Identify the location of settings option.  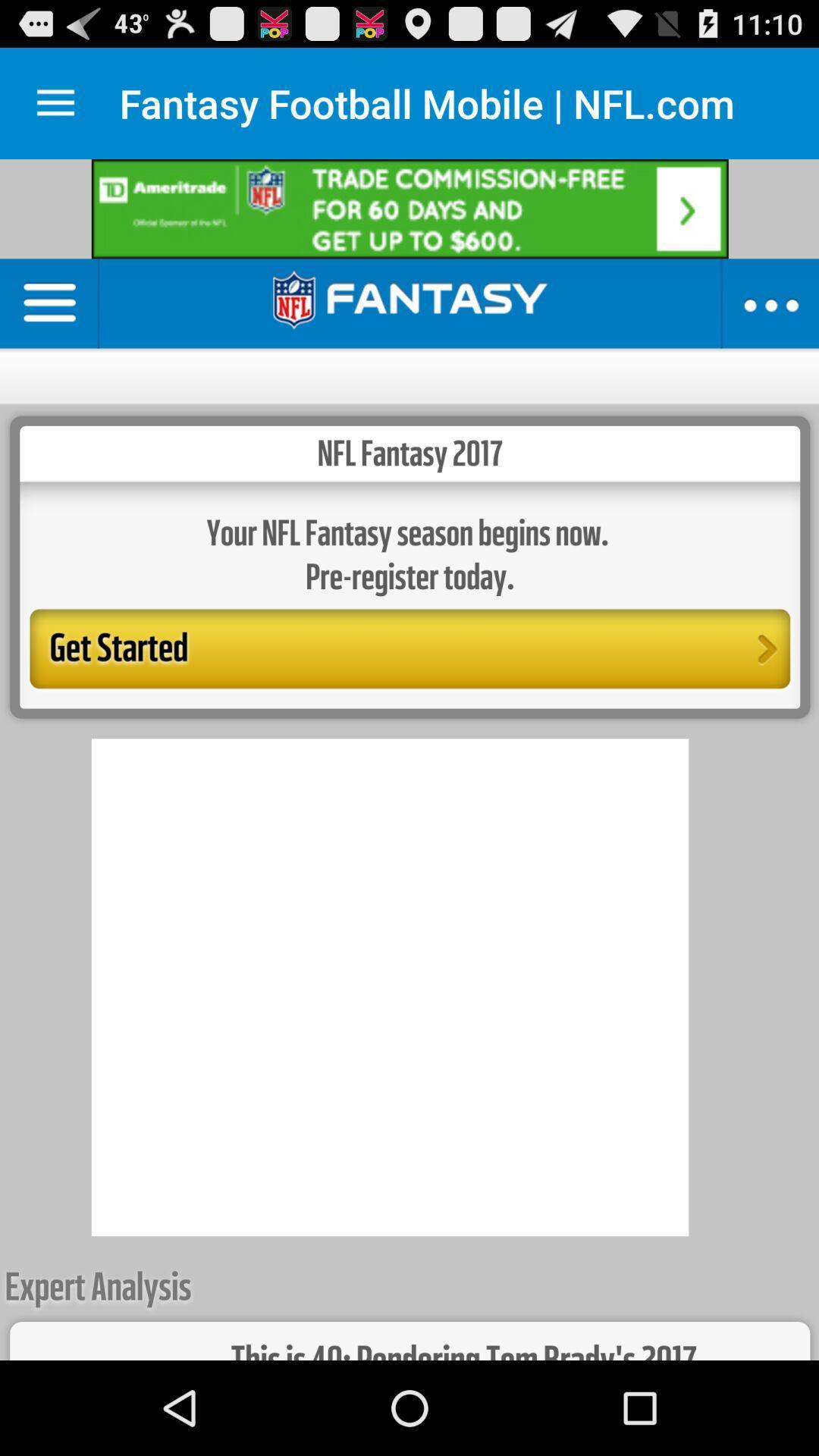
(55, 102).